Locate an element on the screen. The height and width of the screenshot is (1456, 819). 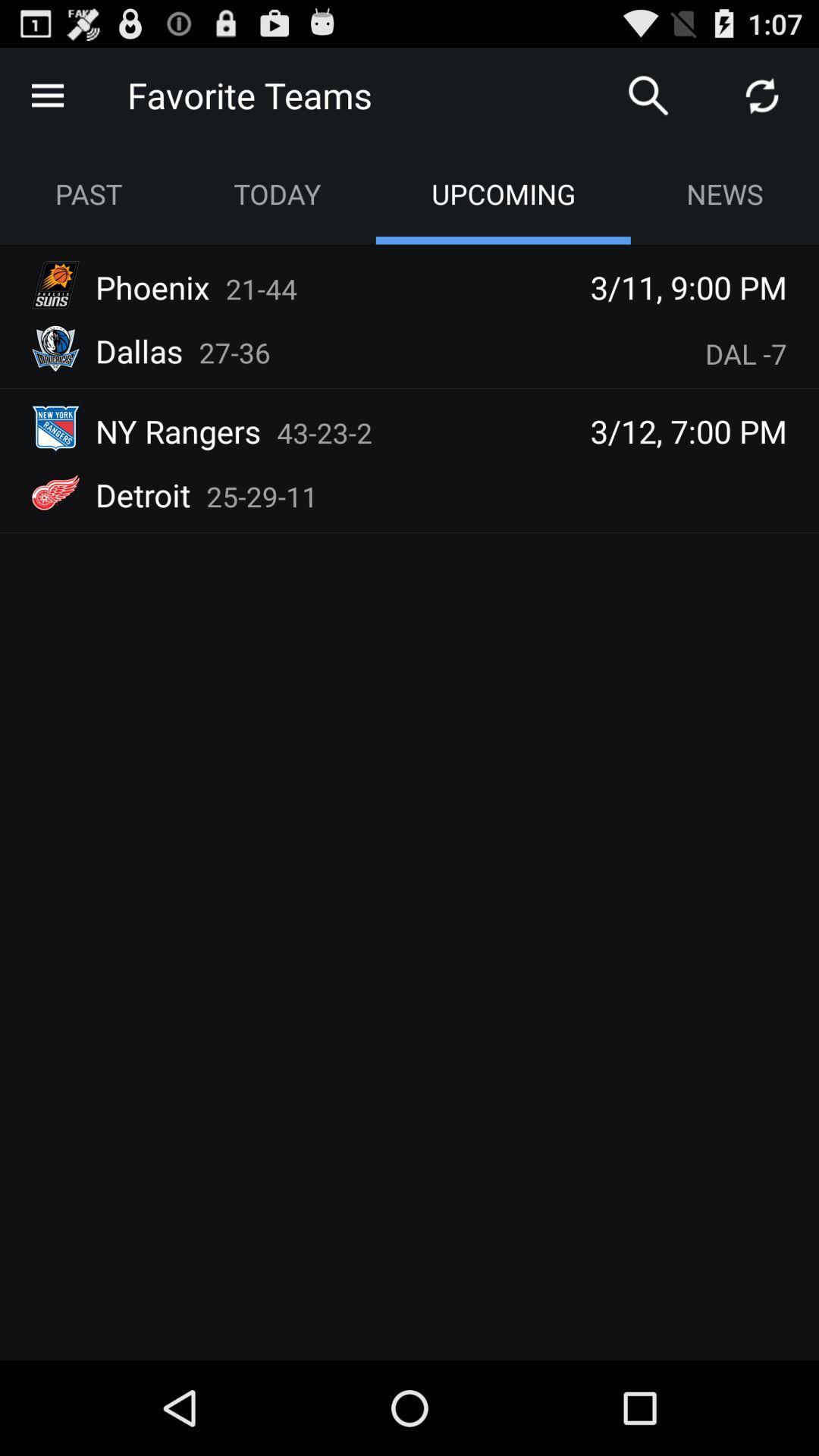
menu button is located at coordinates (46, 94).